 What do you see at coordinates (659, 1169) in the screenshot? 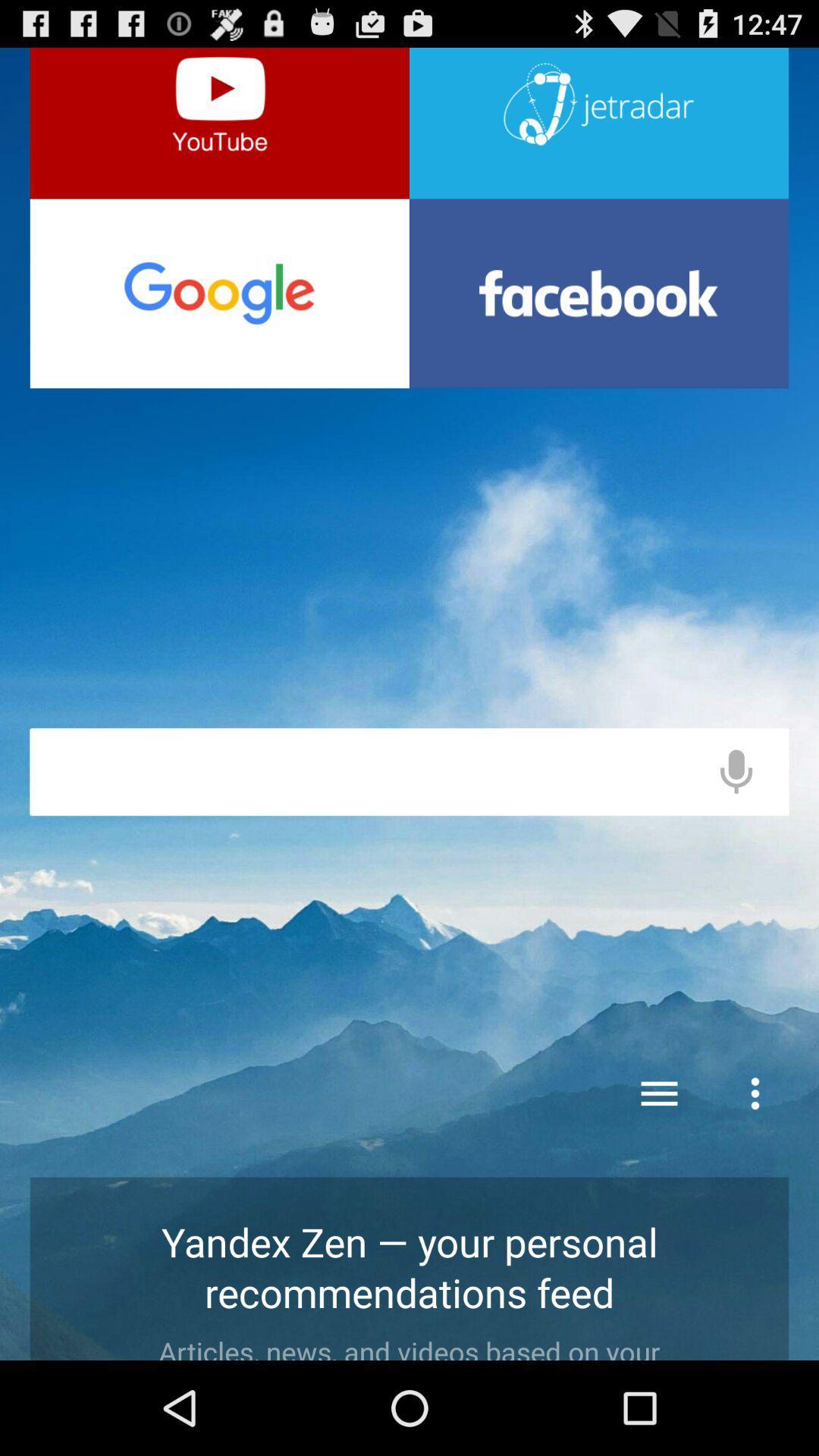
I see `the menu icon` at bounding box center [659, 1169].